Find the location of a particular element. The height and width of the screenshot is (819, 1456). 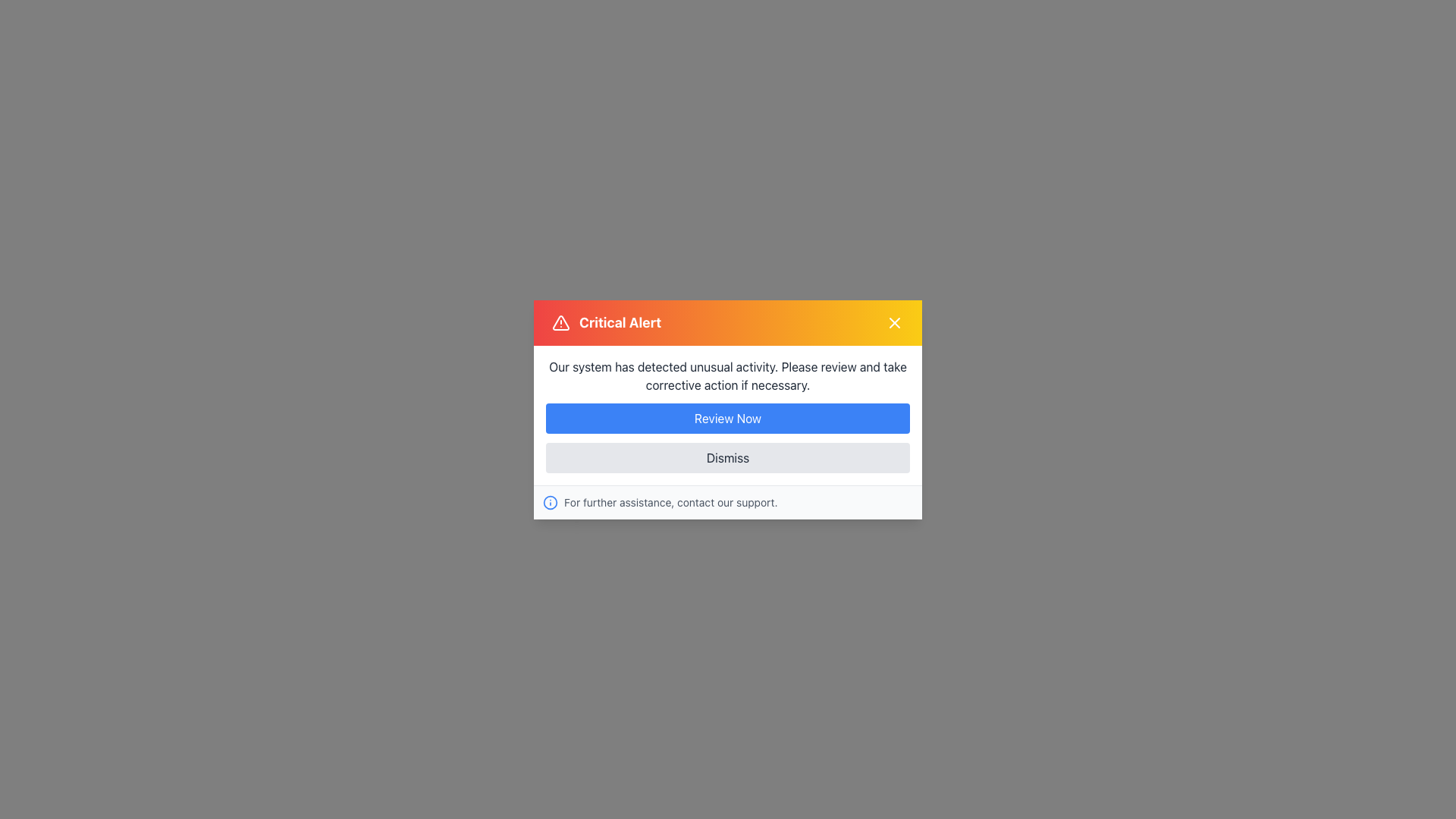

the text label that reads 'For further assistance, contact our support.', which is styled in gray and located beside a blue circular information icon in the bottom section of a rectangular popup dialog is located at coordinates (670, 502).